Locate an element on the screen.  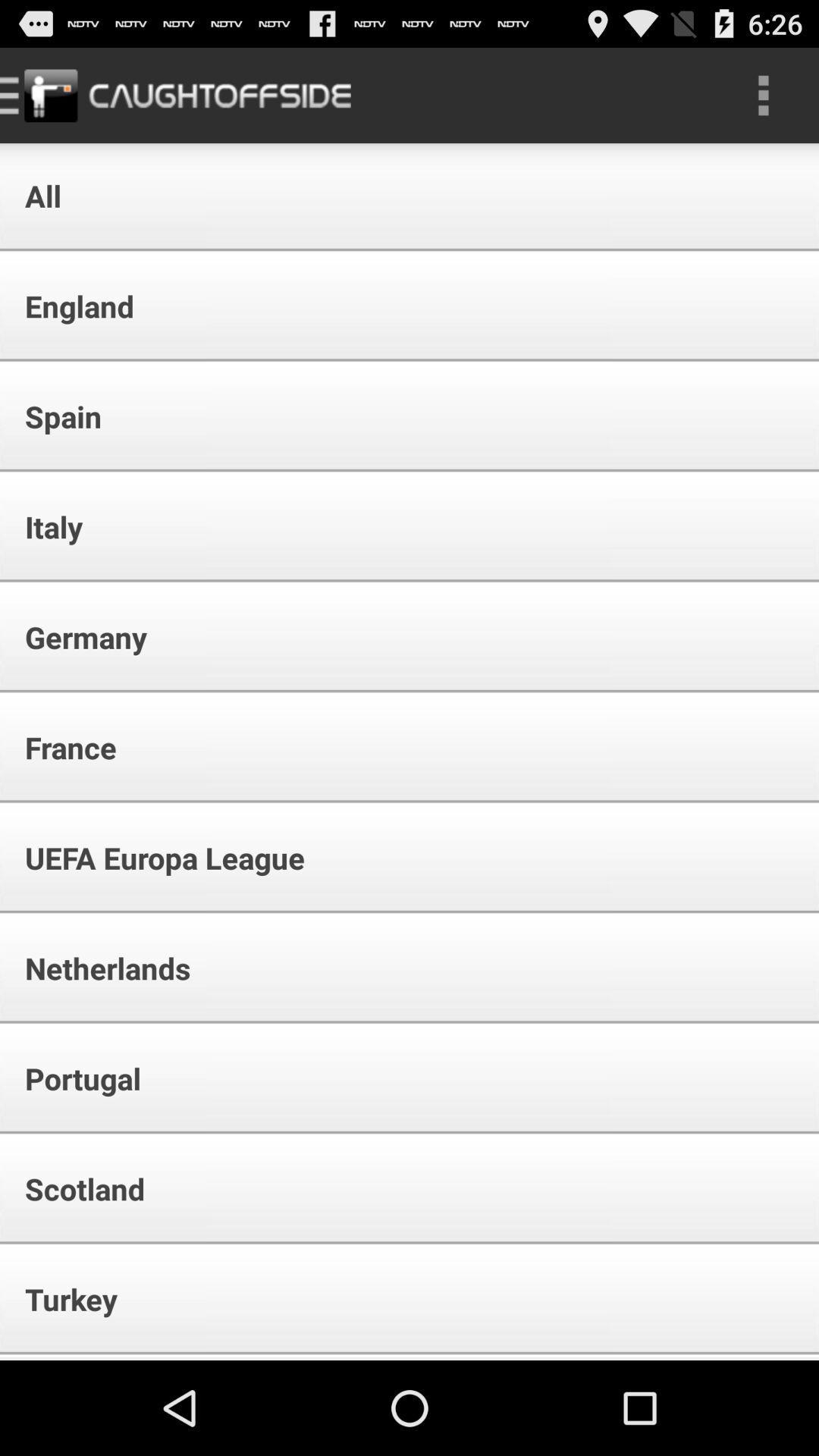
app below the spain item is located at coordinates (43, 526).